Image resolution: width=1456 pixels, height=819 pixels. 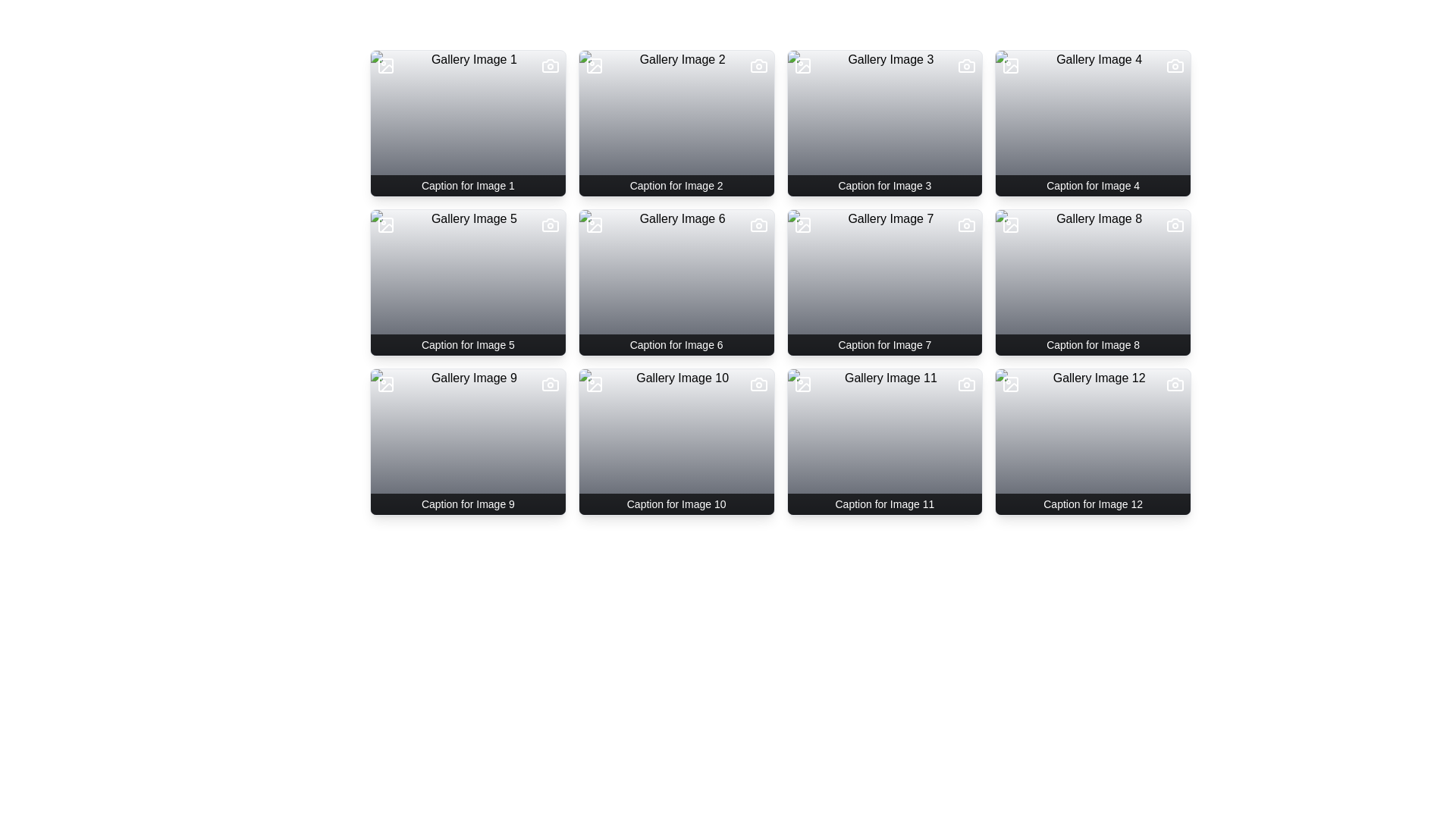 What do you see at coordinates (966, 383) in the screenshot?
I see `the camera icon located at the upper-right corner of the eleventh image in a 4x3 grid layout, which is associated with the caption 'Caption for Image 11'` at bounding box center [966, 383].